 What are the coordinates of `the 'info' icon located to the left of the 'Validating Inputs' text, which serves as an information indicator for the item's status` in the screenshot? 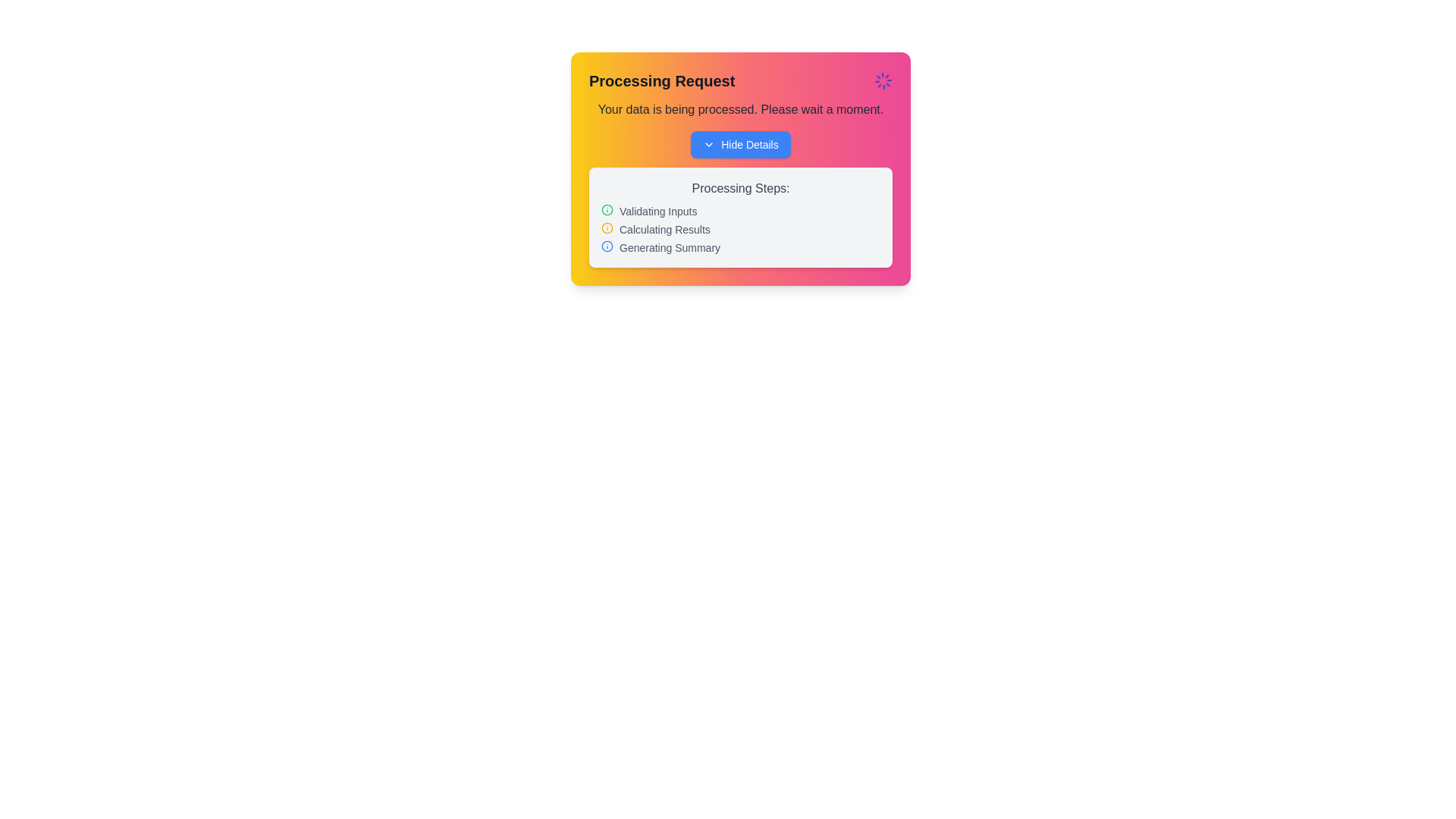 It's located at (607, 210).